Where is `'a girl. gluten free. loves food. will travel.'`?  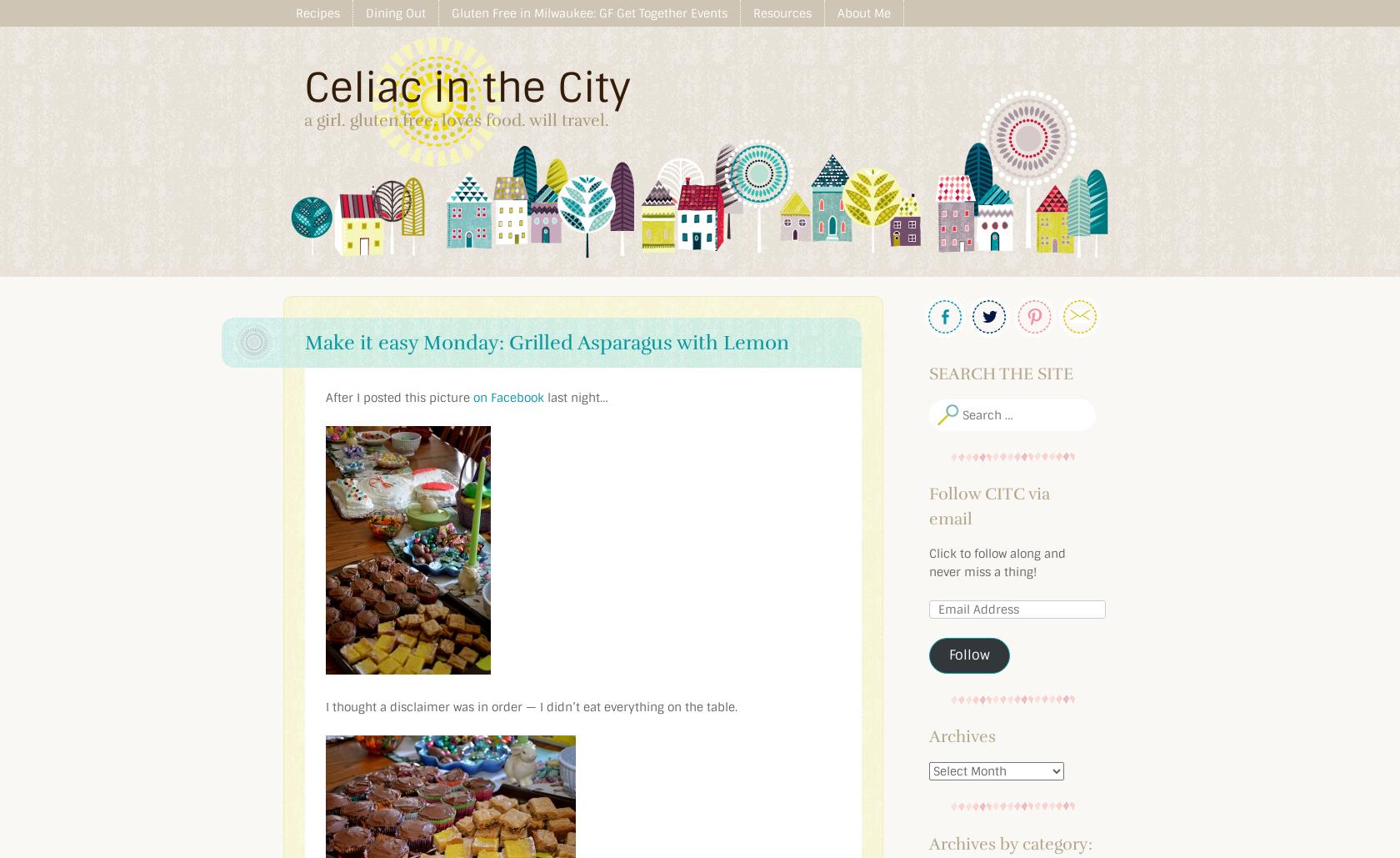
'a girl. gluten free. loves food. will travel.' is located at coordinates (457, 119).